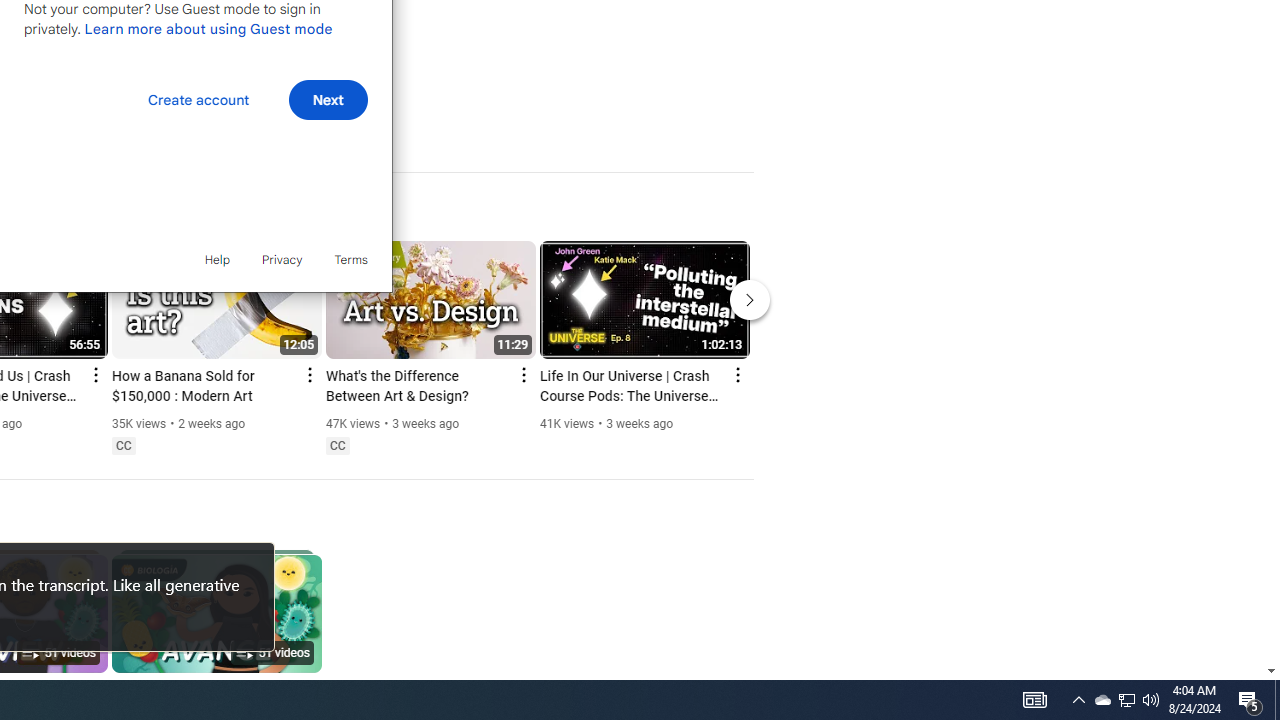  Describe the element at coordinates (1276, 698) in the screenshot. I see `'Show desktop'` at that location.